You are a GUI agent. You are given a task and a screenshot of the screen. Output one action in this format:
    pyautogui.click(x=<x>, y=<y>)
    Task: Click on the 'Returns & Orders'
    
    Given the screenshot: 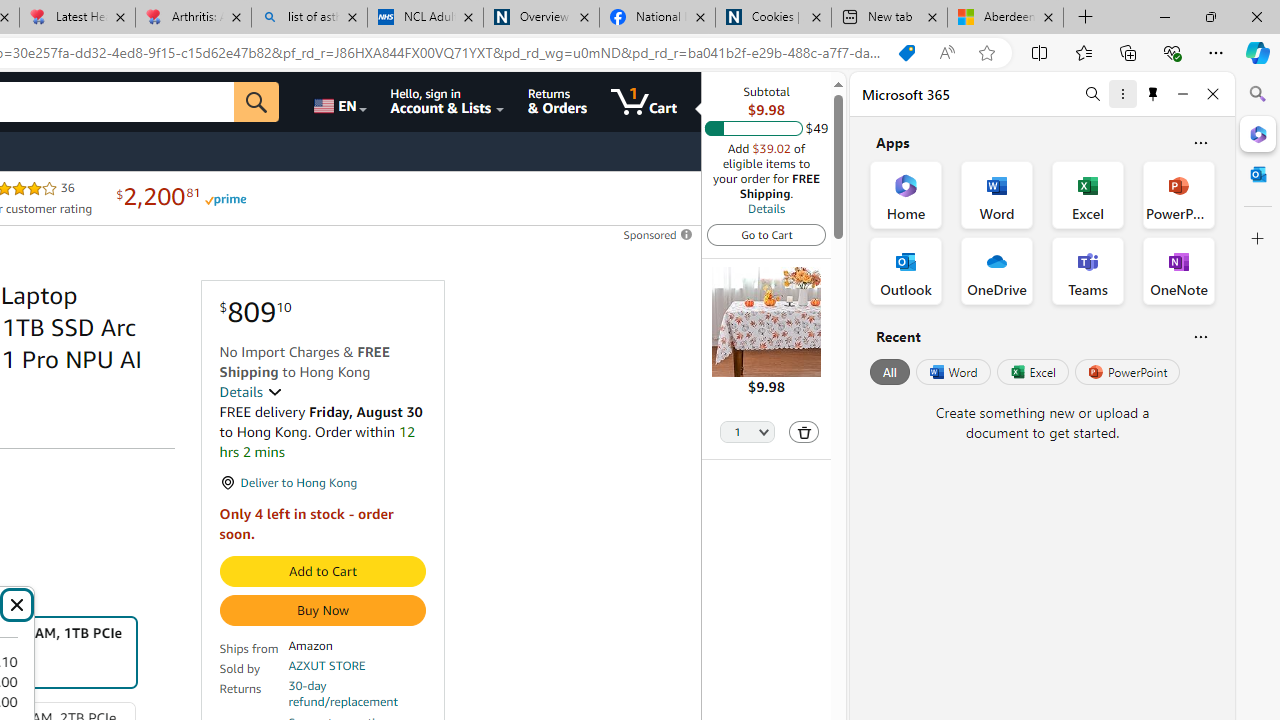 What is the action you would take?
    pyautogui.click(x=557, y=101)
    